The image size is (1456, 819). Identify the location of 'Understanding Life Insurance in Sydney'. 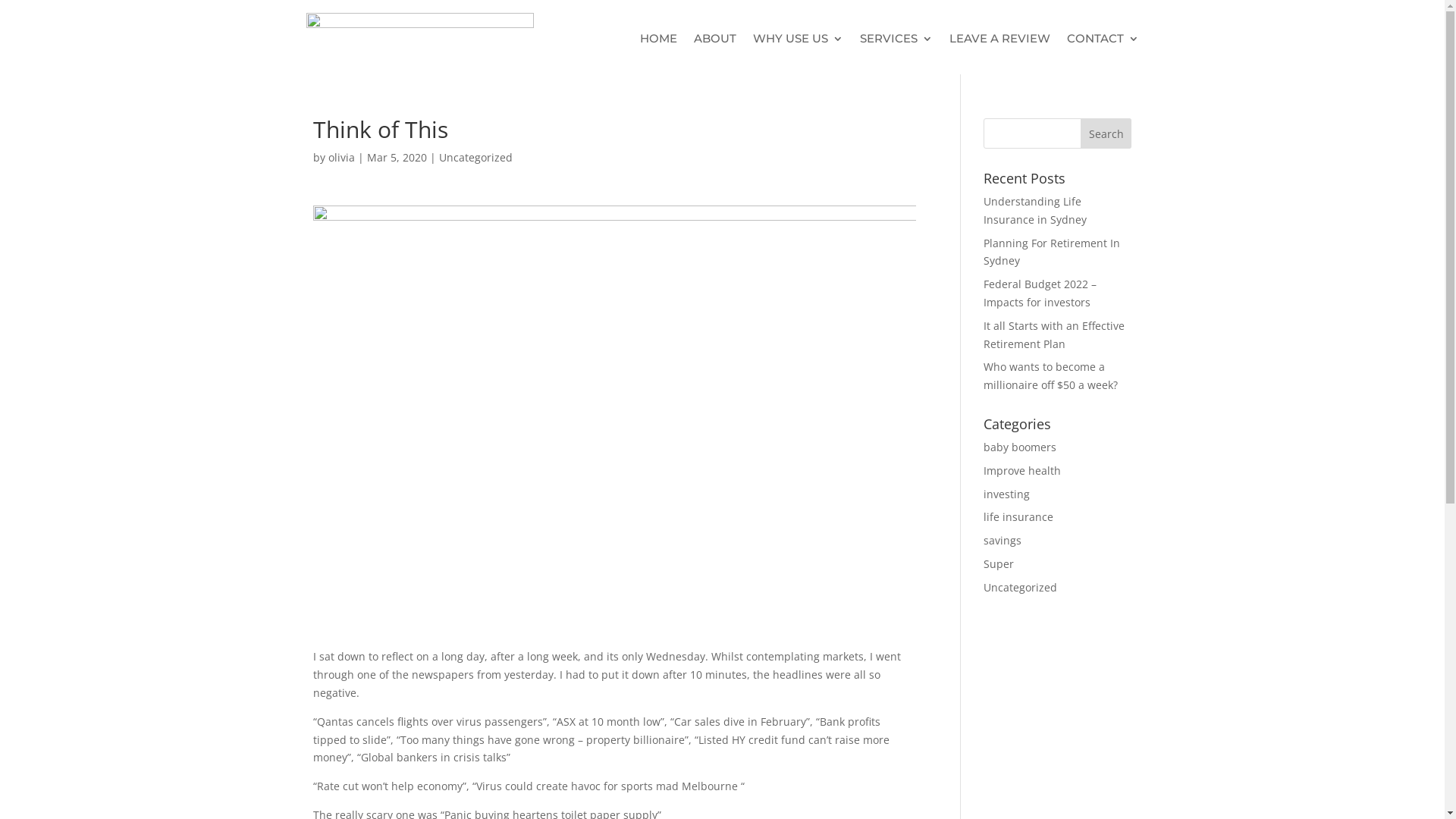
(1034, 210).